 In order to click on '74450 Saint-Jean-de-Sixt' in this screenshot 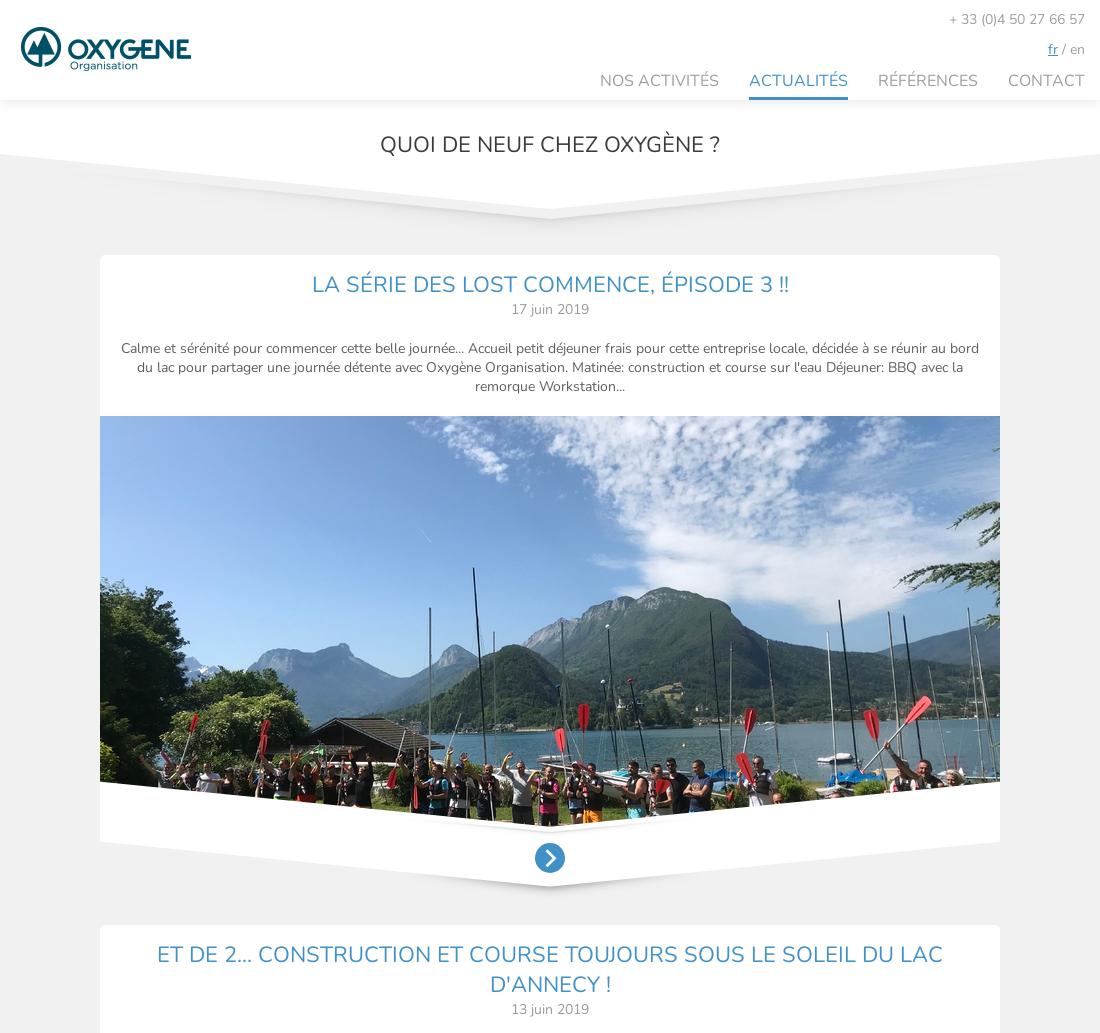, I will do `click(250, 941)`.